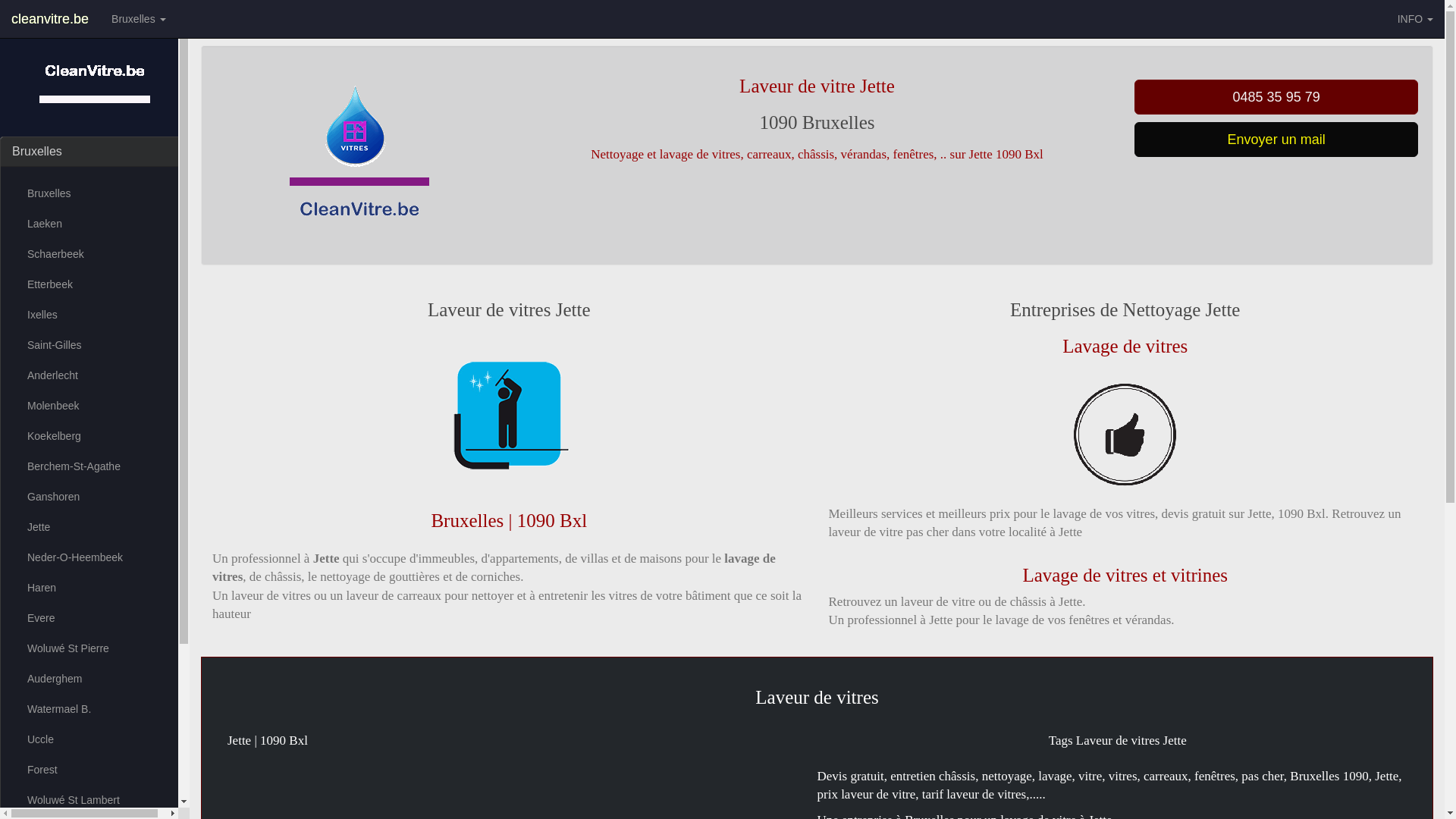  Describe the element at coordinates (93, 677) in the screenshot. I see `'Auderghem'` at that location.